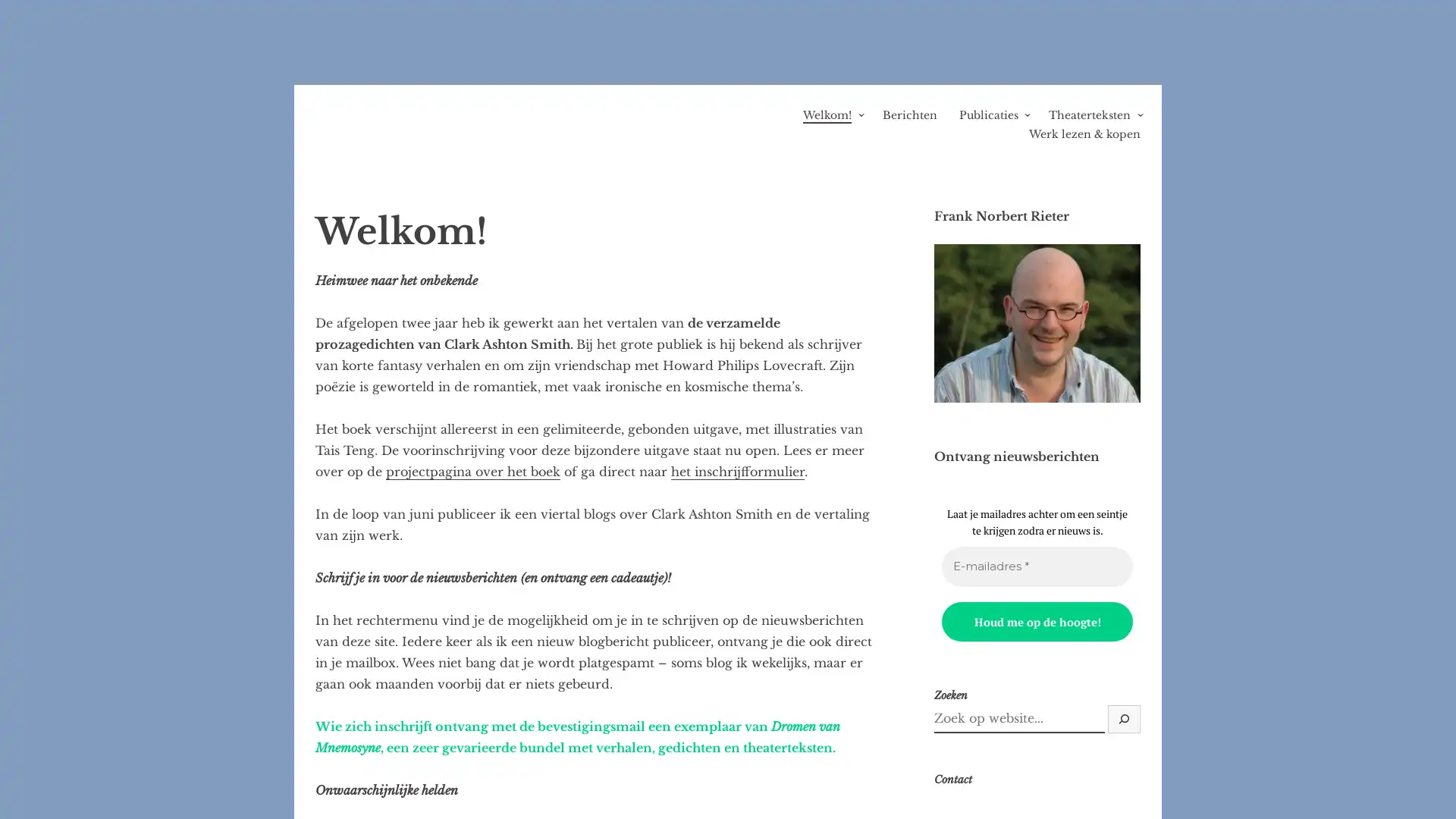  I want to click on Houd me op de hoogte!, so click(1037, 621).